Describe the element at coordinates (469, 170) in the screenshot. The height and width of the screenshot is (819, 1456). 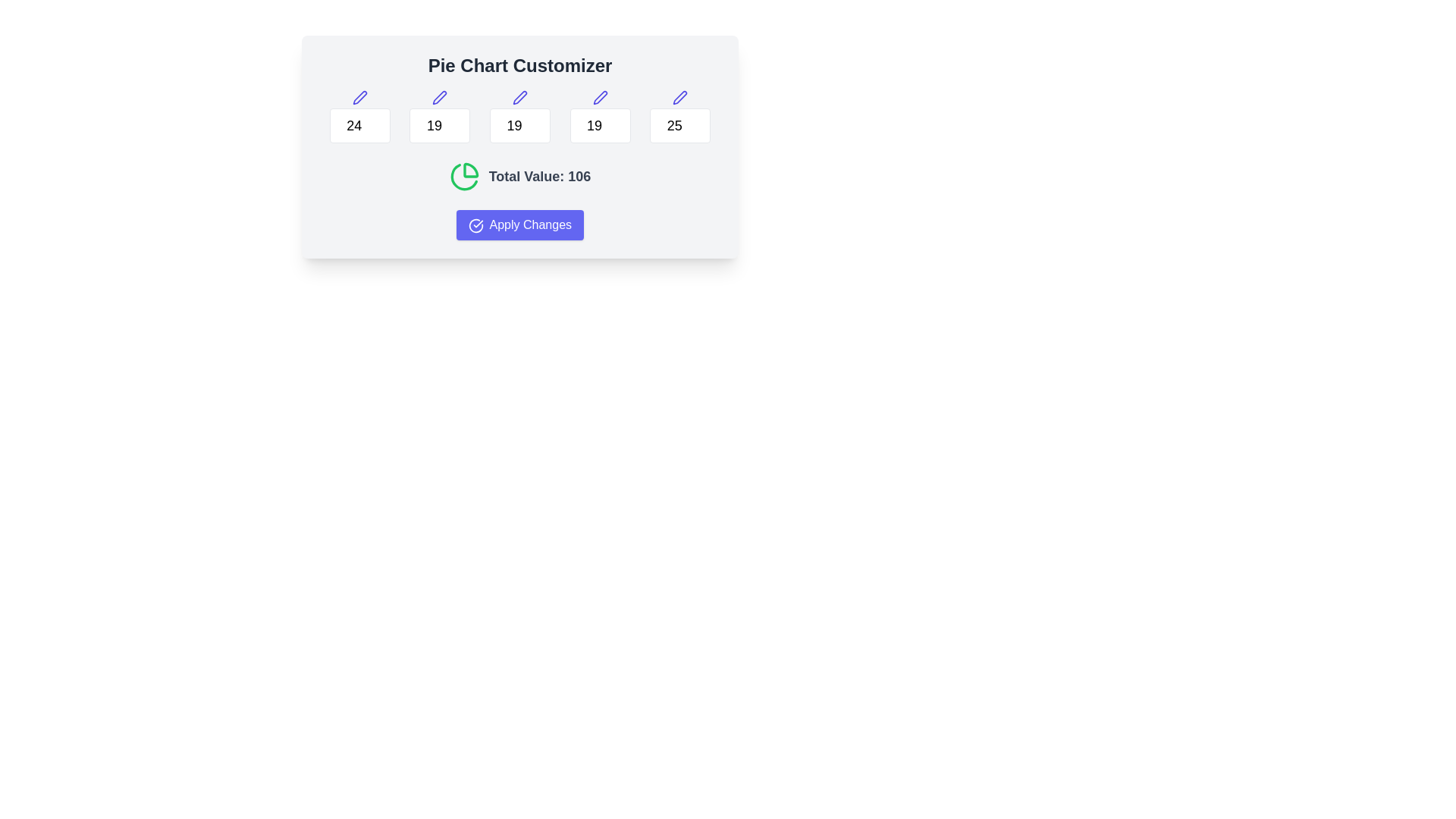
I see `the first segment of the pie chart, which is depicted as a curved section with a green stroke, located under the 'Total Value: 106' label` at that location.